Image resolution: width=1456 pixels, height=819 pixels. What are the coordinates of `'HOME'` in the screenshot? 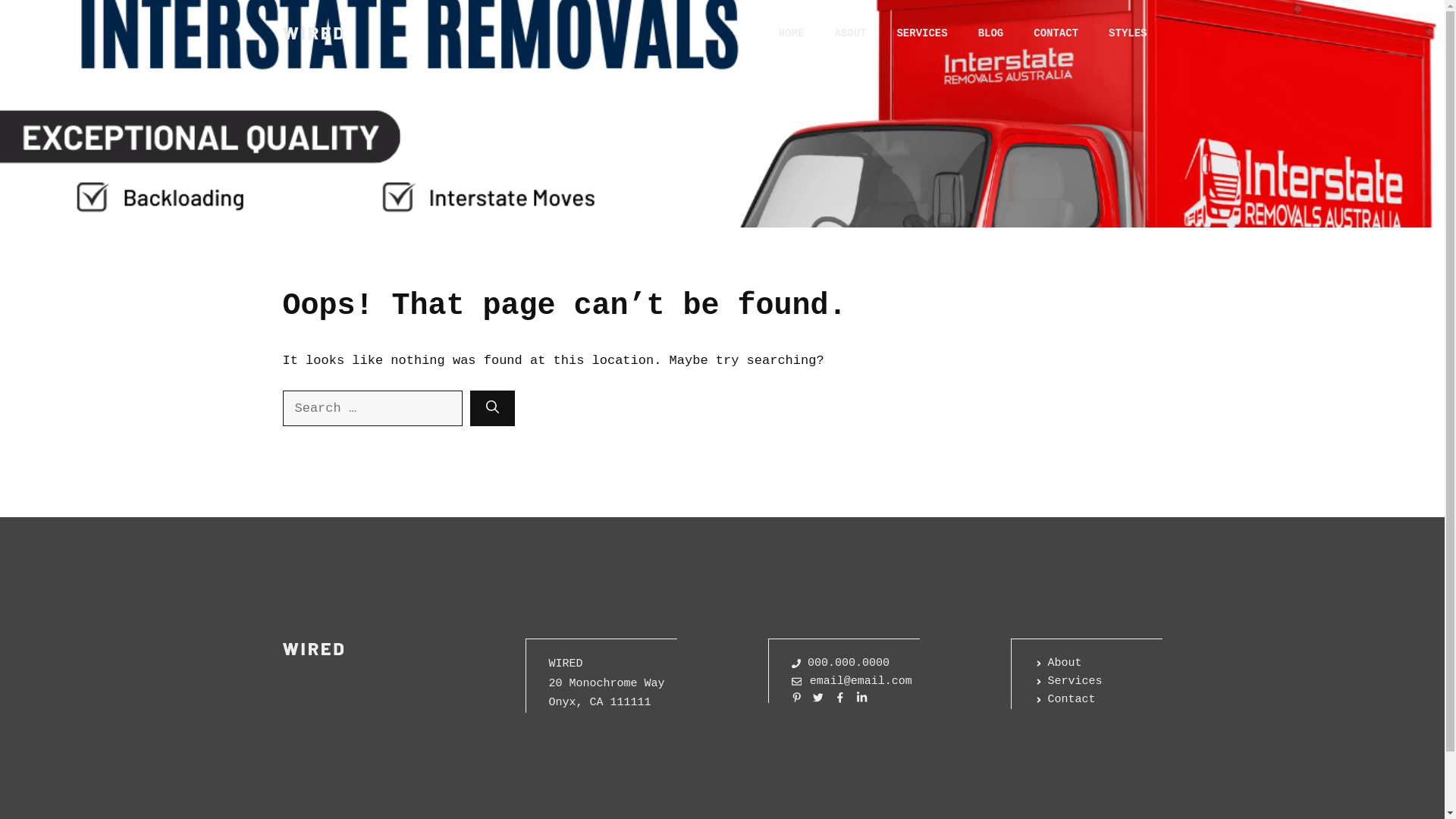 It's located at (790, 33).